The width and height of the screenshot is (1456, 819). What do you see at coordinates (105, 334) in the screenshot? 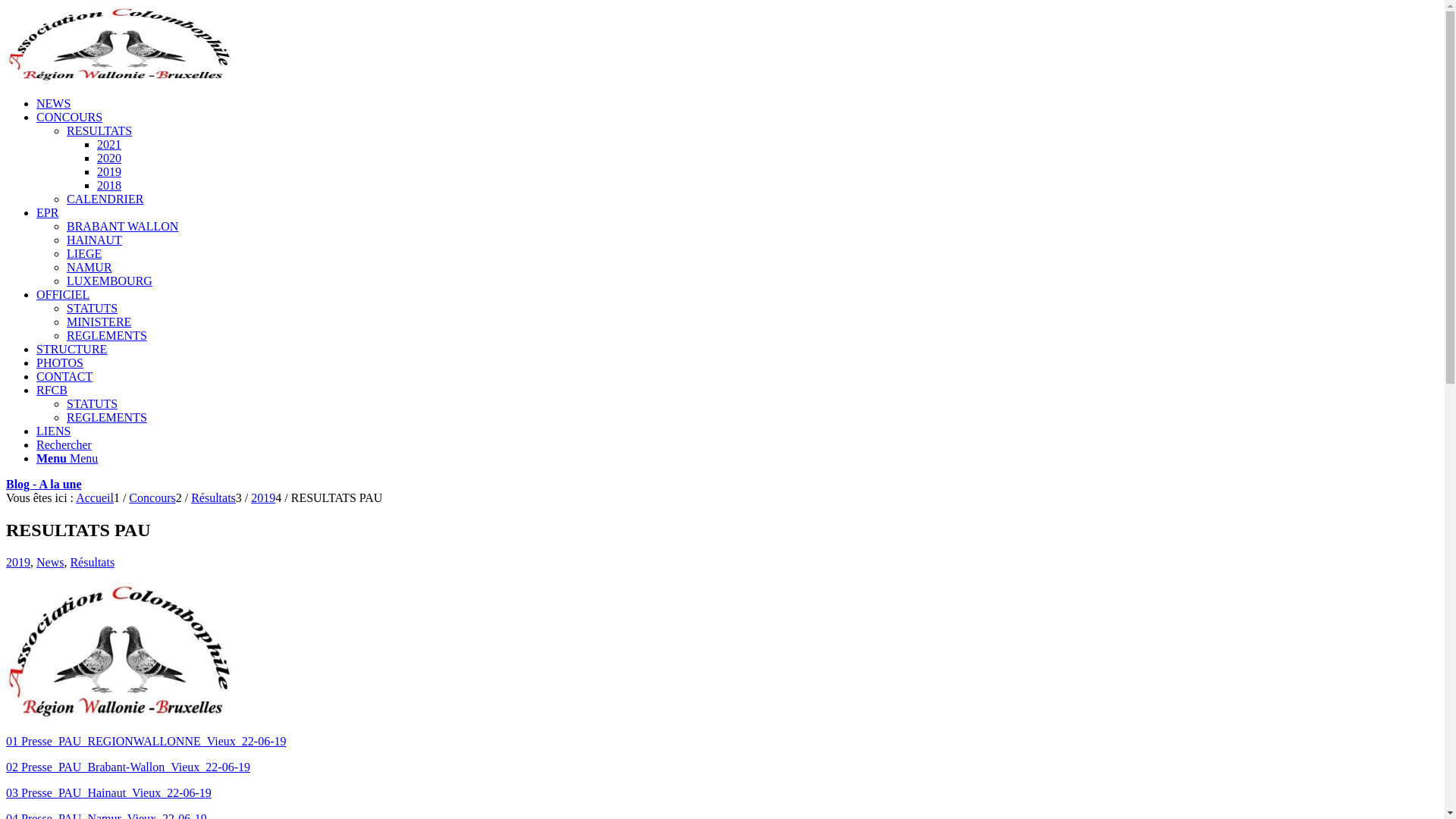
I see `'REGLEMENTS'` at bounding box center [105, 334].